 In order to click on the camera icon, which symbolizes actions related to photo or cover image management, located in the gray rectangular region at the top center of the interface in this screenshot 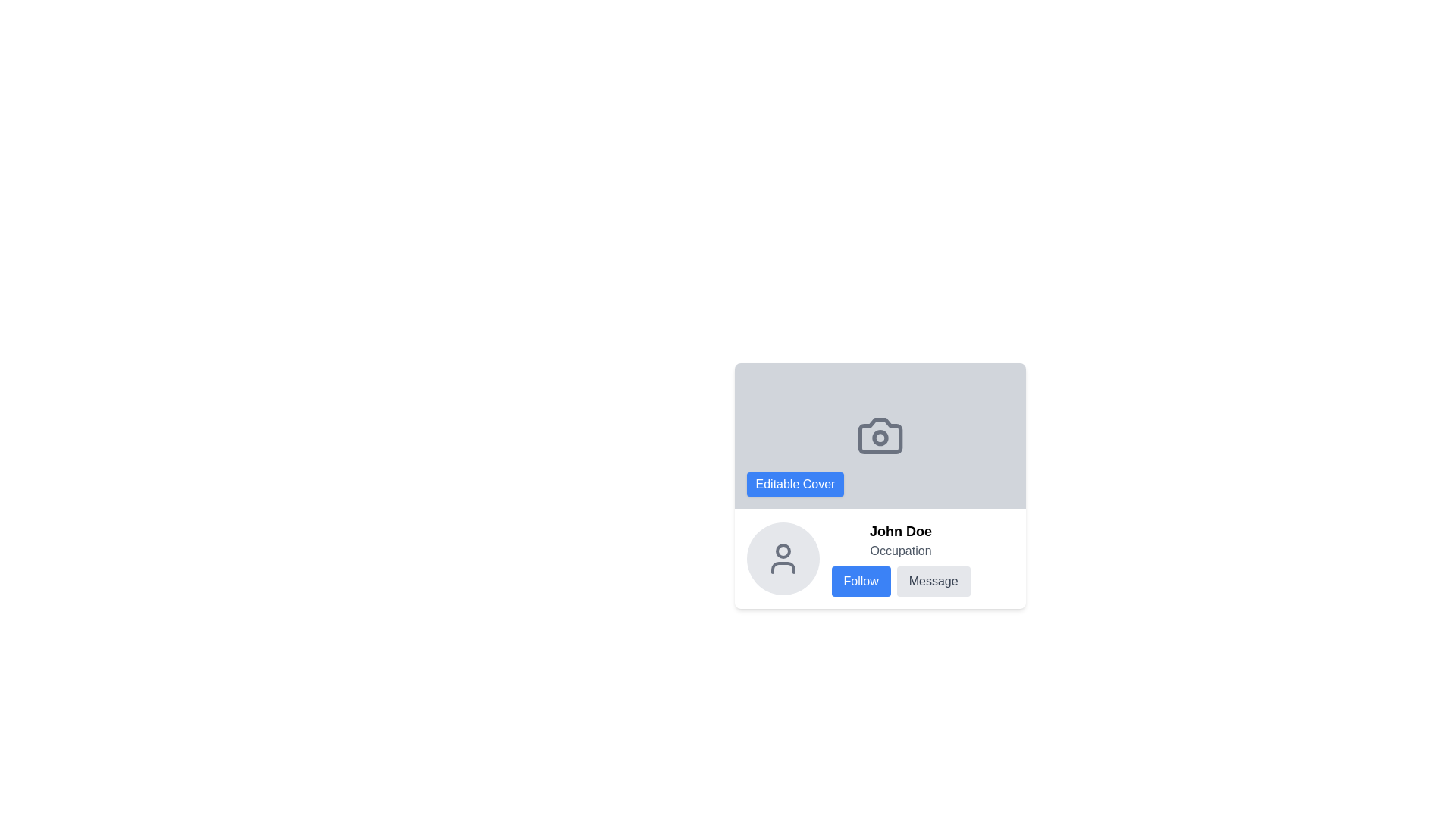, I will do `click(880, 435)`.